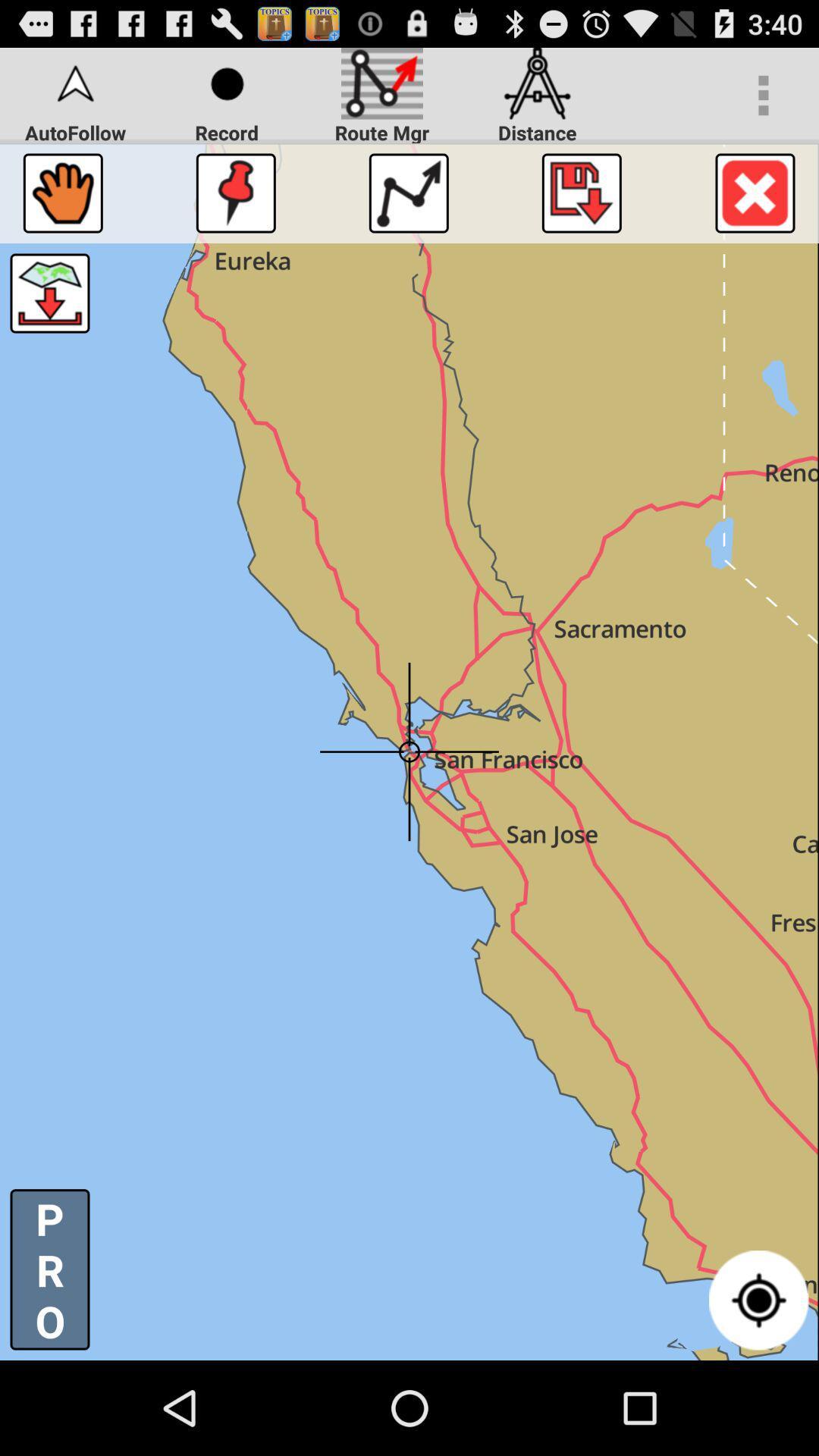 This screenshot has width=819, height=1456. What do you see at coordinates (49, 1269) in the screenshot?
I see `p` at bounding box center [49, 1269].